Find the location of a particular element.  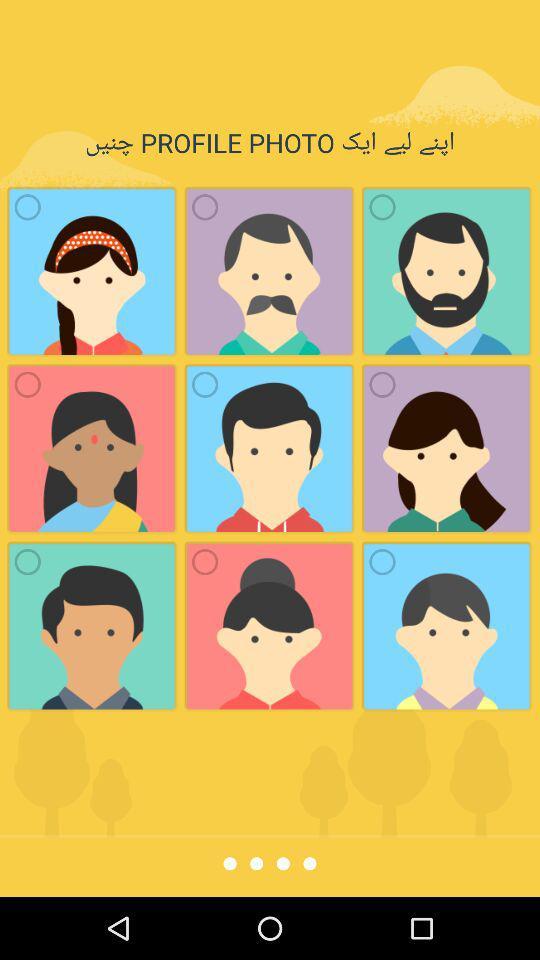

the 2nd image from the bottom right side of the web page is located at coordinates (447, 448).